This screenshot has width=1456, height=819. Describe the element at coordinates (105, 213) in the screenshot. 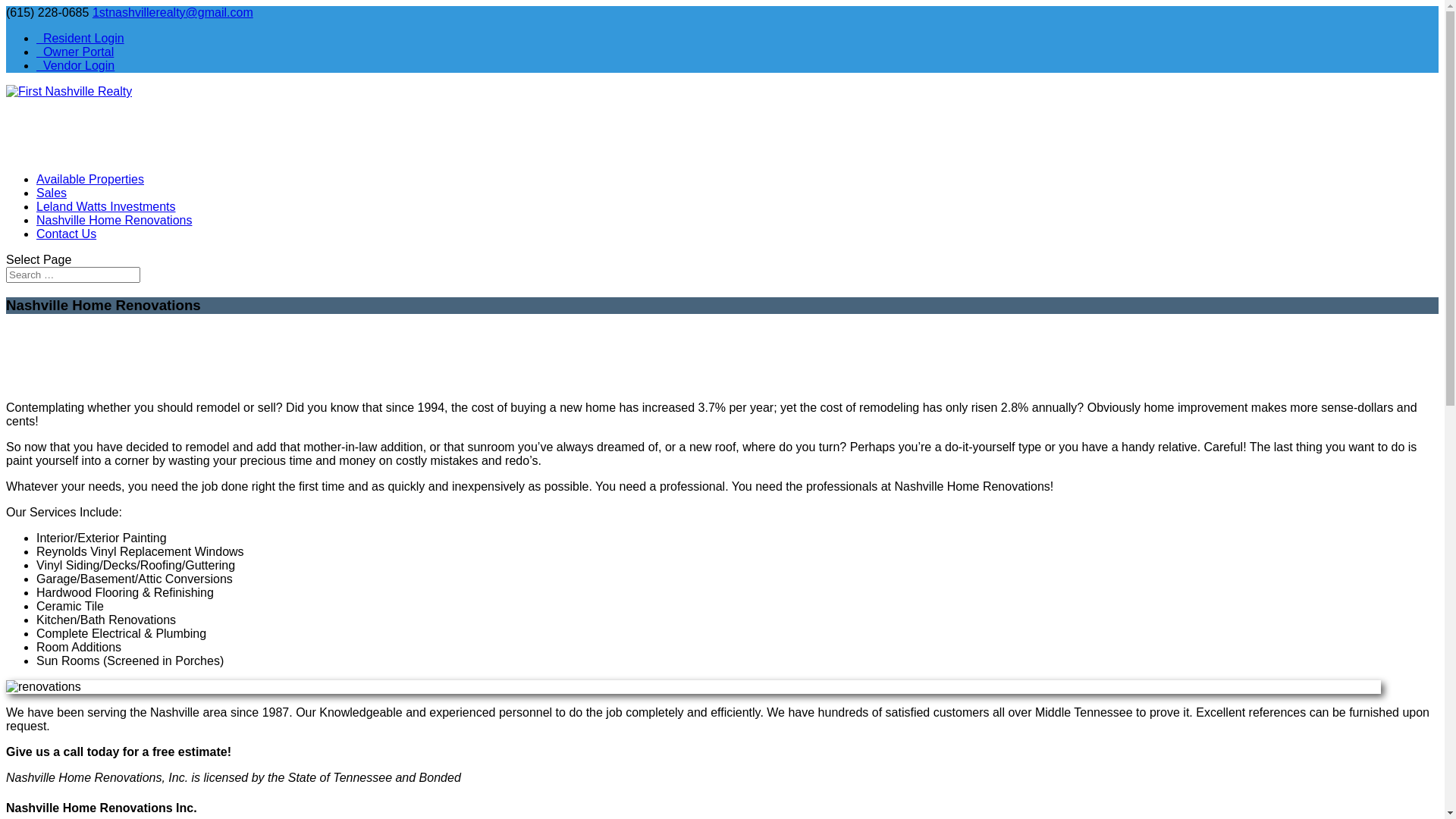

I see `'Leland Watts Investments'` at that location.